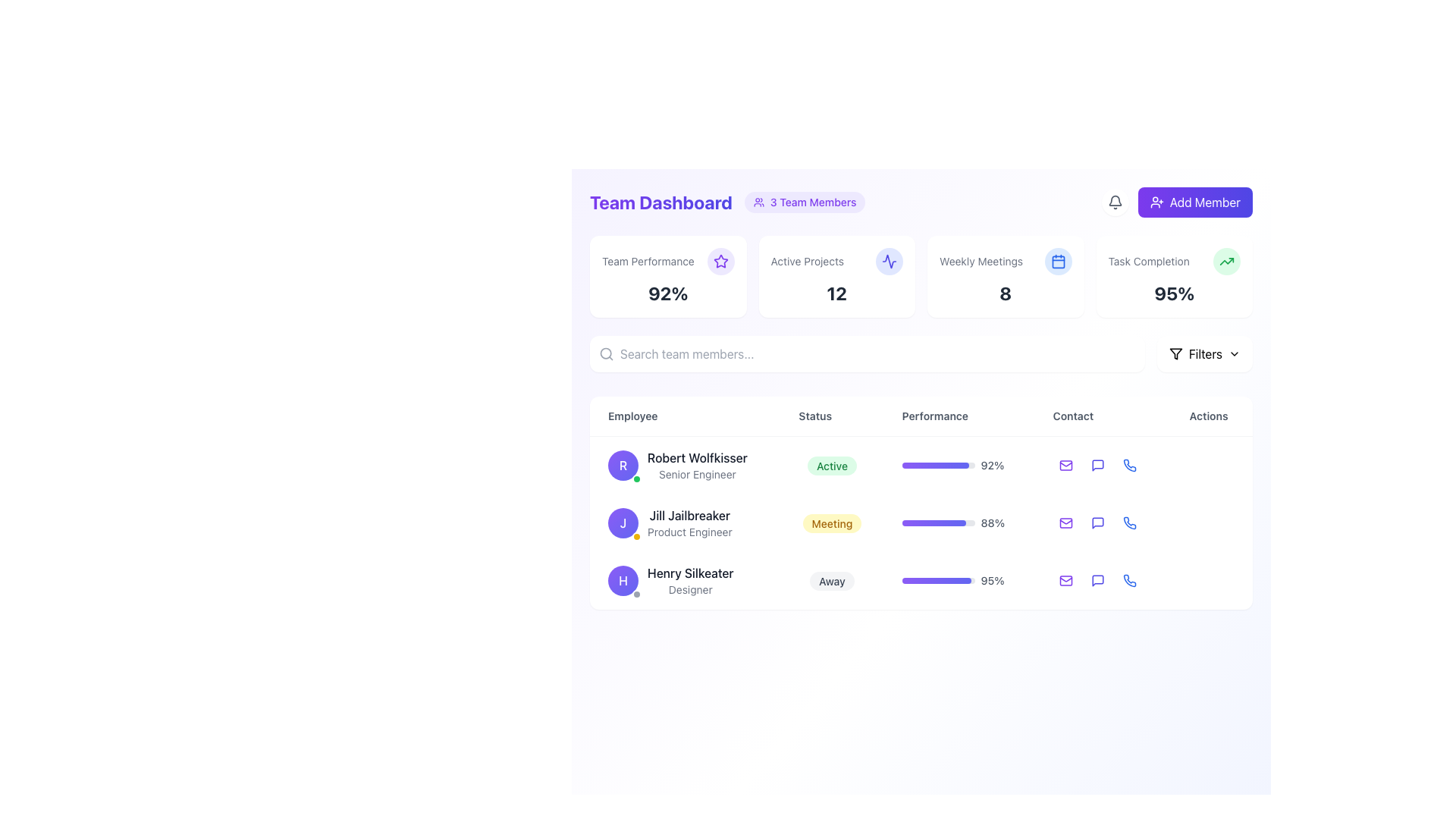  I want to click on the task completion performance icon located to the right of the 'Task Completion' text in the top-right section of the dashboard, so click(1226, 260).